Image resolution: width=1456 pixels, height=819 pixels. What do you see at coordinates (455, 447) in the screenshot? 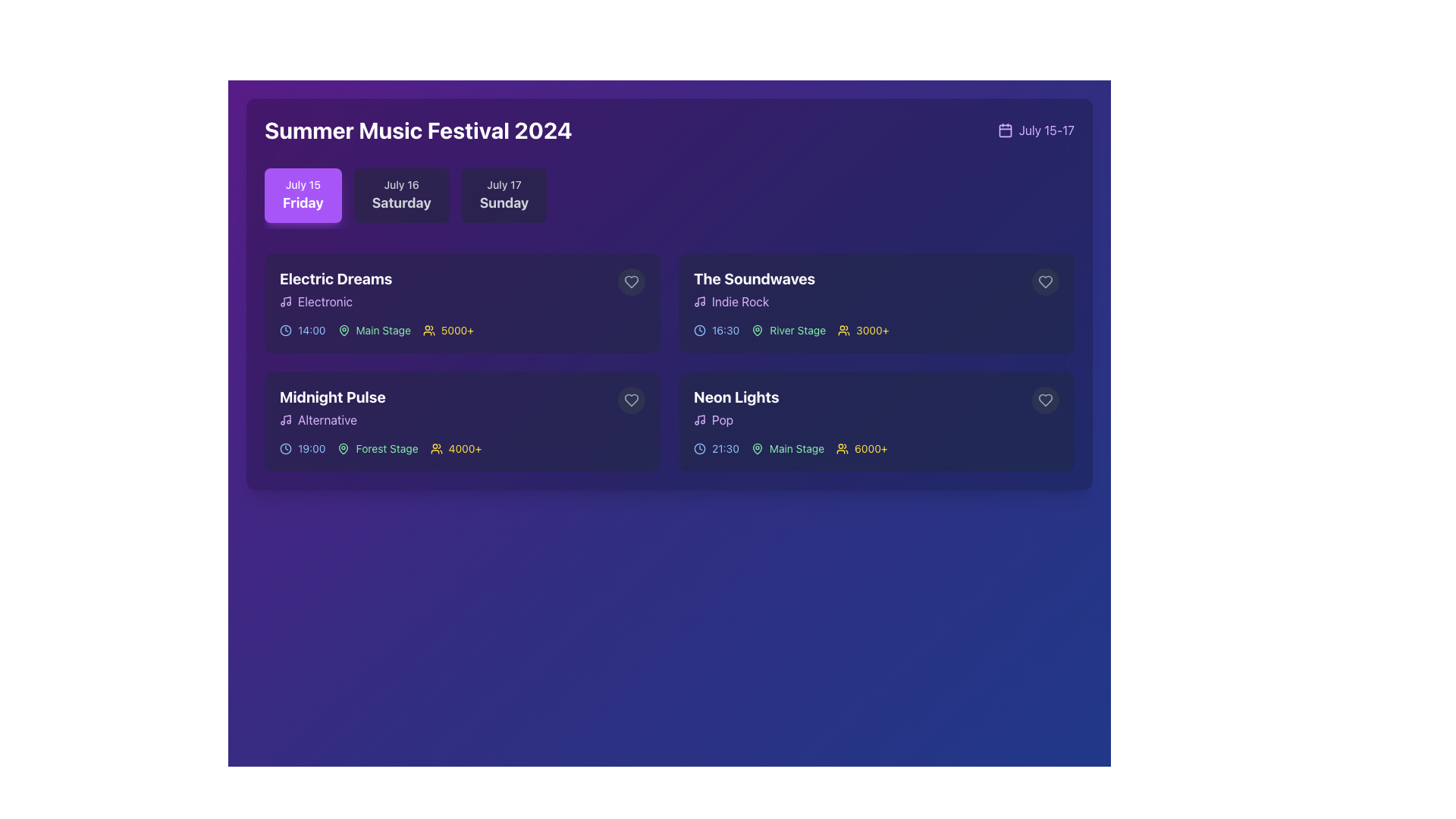
I see `the Text with icon component that represents the estimated audience size for the 'Midnight Pulse' performance, located to the right of the timing and stage location information` at bounding box center [455, 447].